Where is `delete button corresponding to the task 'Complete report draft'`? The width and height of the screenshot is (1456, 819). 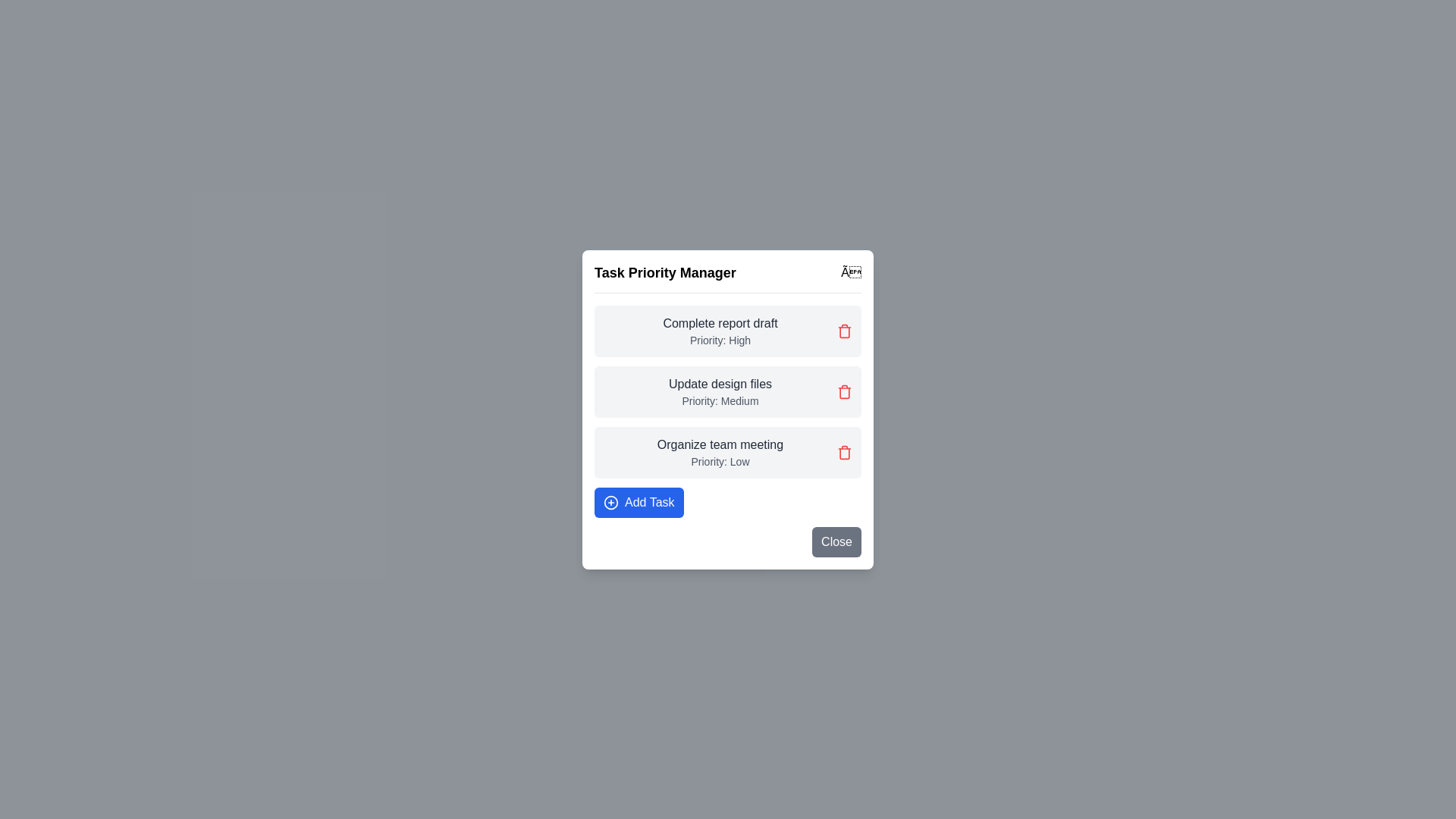 delete button corresponding to the task 'Complete report draft' is located at coordinates (843, 330).